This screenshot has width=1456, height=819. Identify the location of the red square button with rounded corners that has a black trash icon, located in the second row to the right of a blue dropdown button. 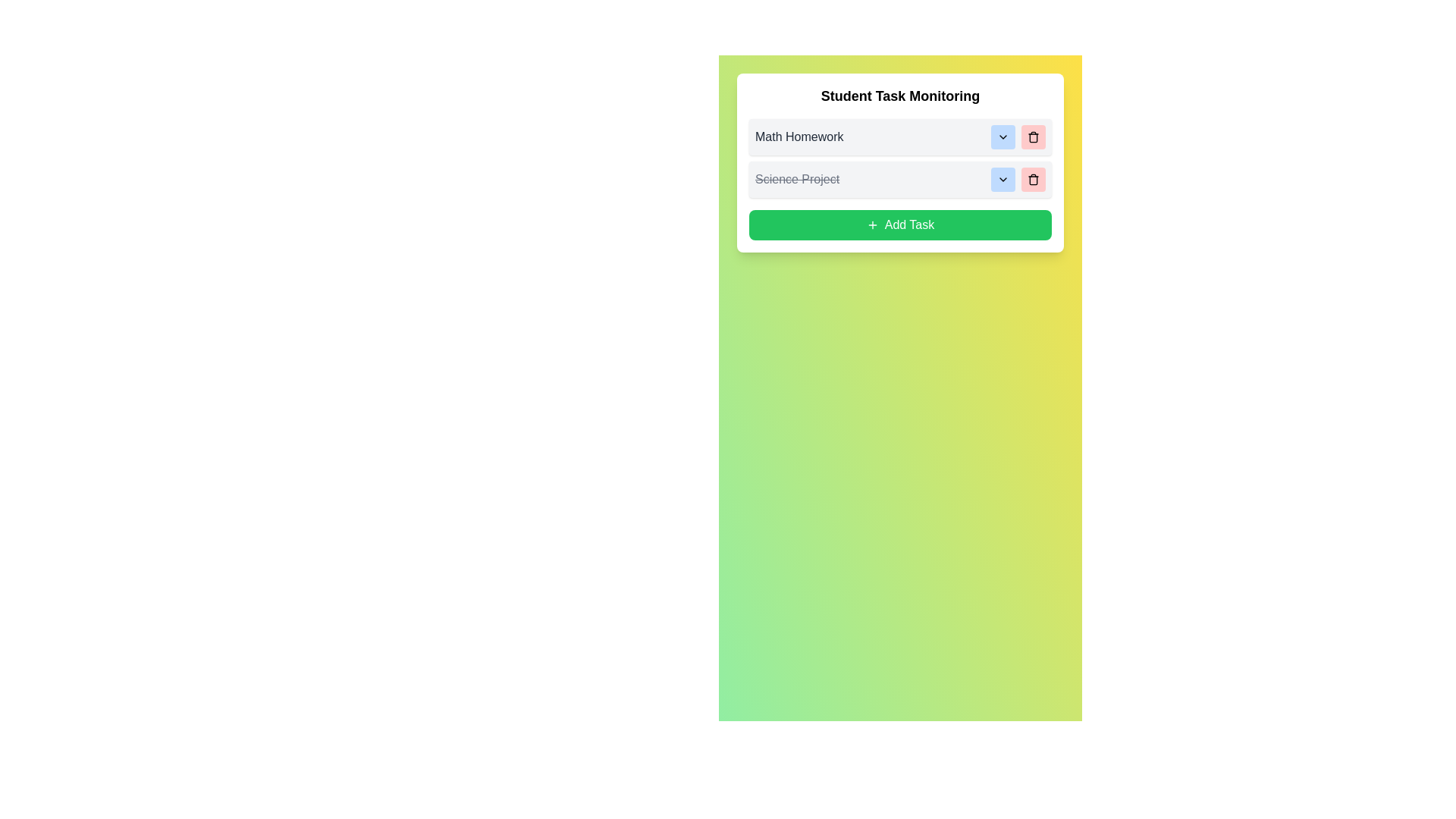
(1033, 178).